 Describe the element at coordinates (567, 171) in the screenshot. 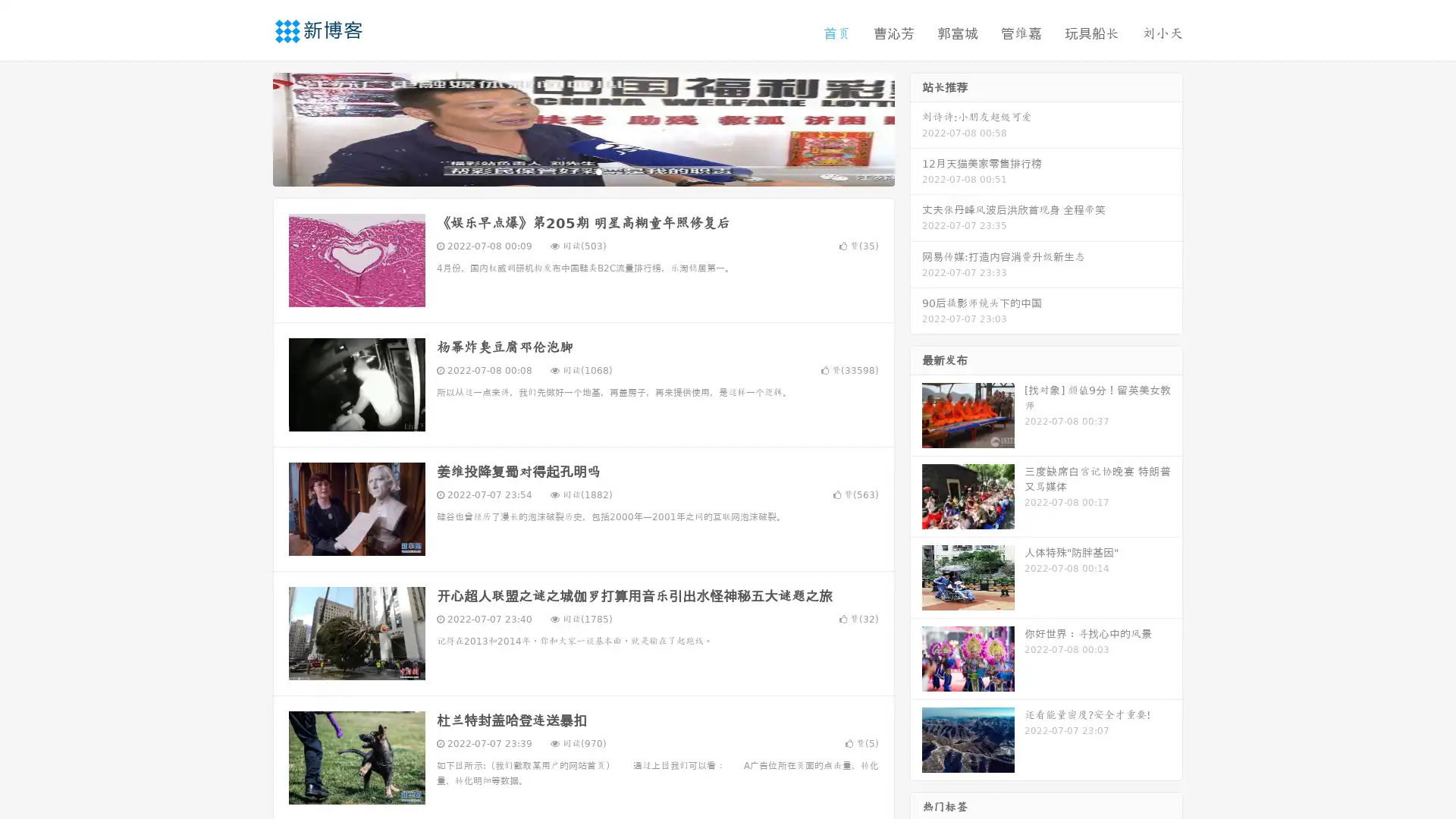

I see `Go to slide 1` at that location.